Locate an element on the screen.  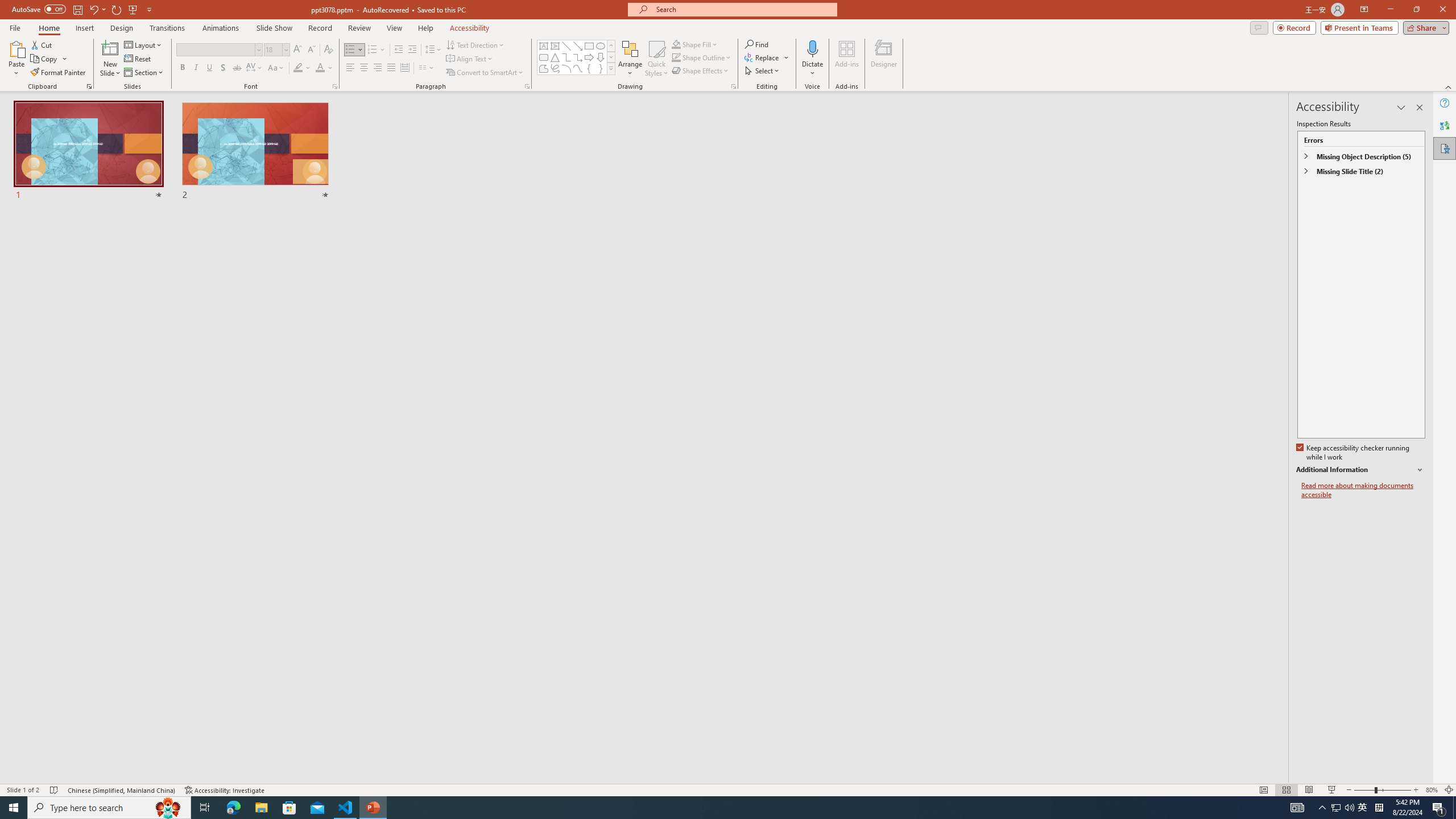
'Read more about making documents accessible' is located at coordinates (1363, 490).